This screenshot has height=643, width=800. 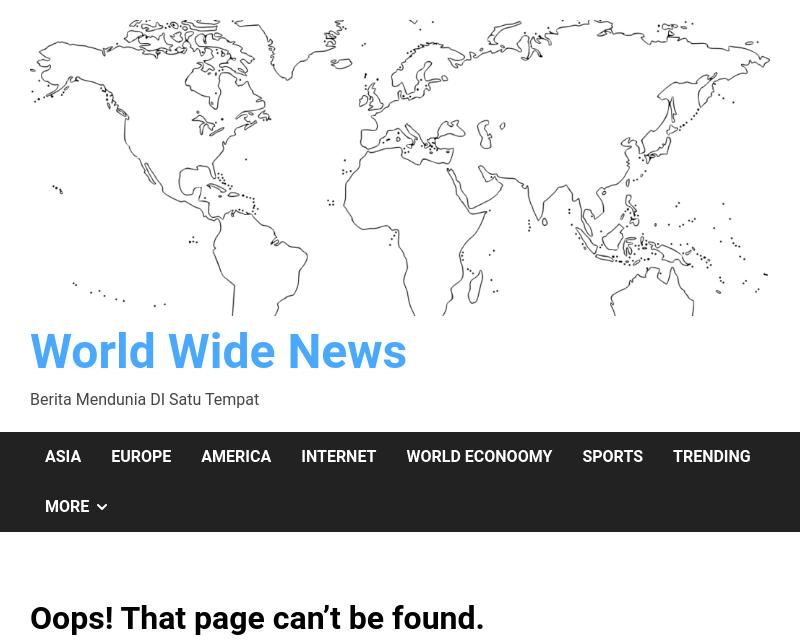 What do you see at coordinates (218, 350) in the screenshot?
I see `'World Wide News'` at bounding box center [218, 350].